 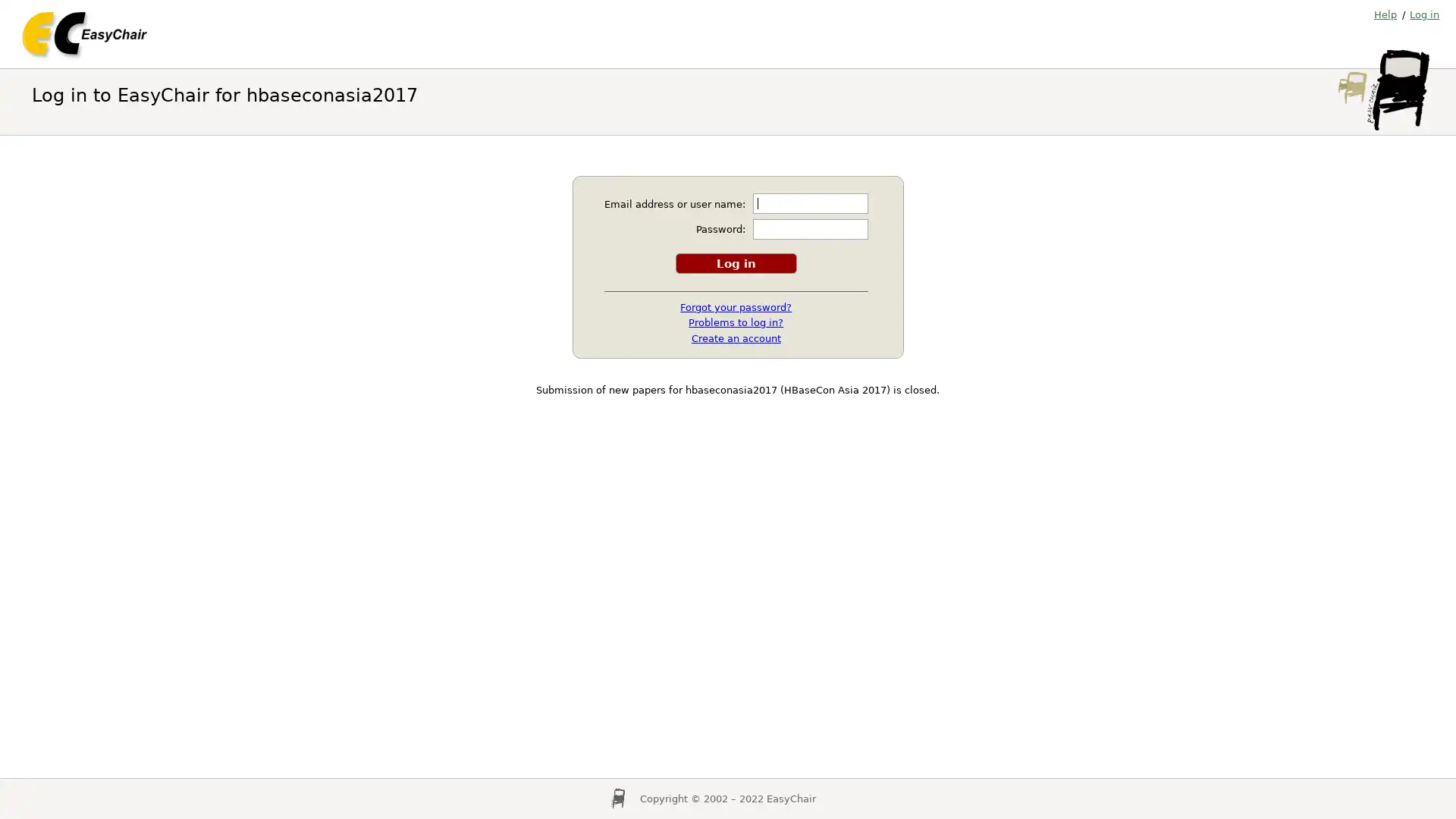 I want to click on Log in, so click(x=735, y=262).